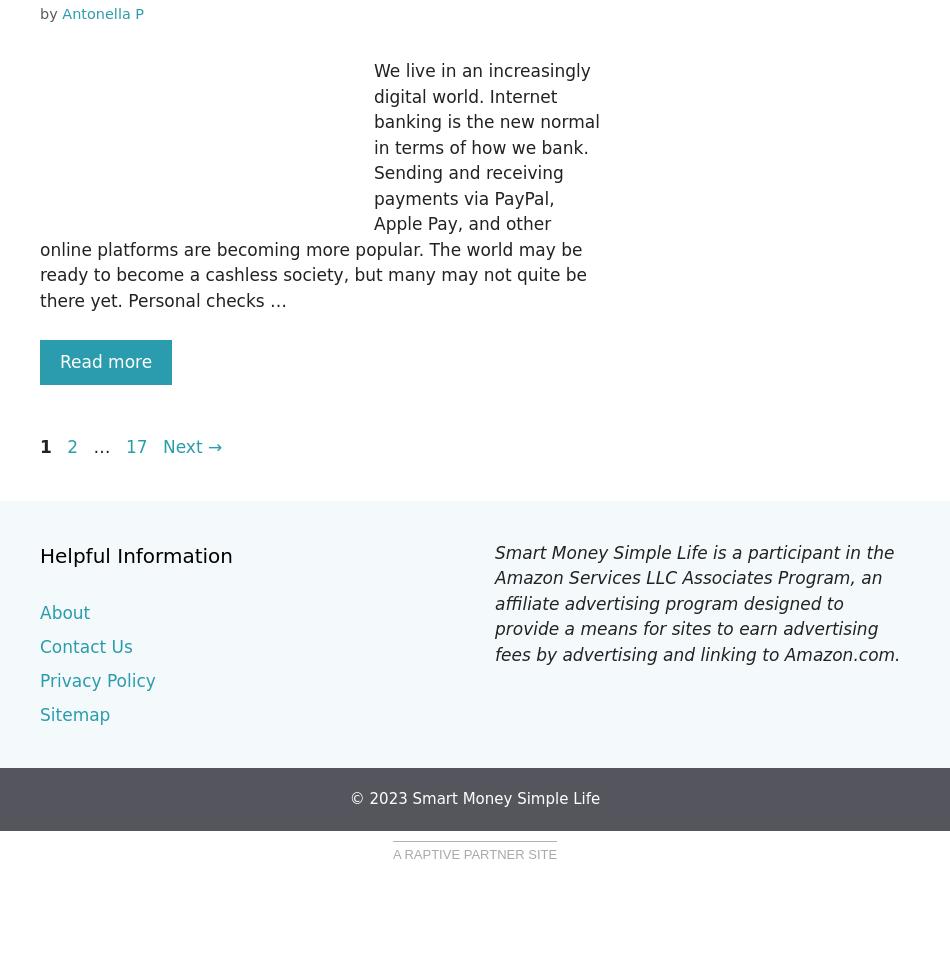 This screenshot has width=950, height=966. Describe the element at coordinates (318, 185) in the screenshot. I see `'We live in an increasingly digital world. Internet banking is the new normal in terms of how we bank. Sending and receiving payments via PayPal, Apple Pay, and other online platforms are becoming more popular. The world may be ready to become a cashless society, but many may not quite be there yet. Personal checks …'` at that location.